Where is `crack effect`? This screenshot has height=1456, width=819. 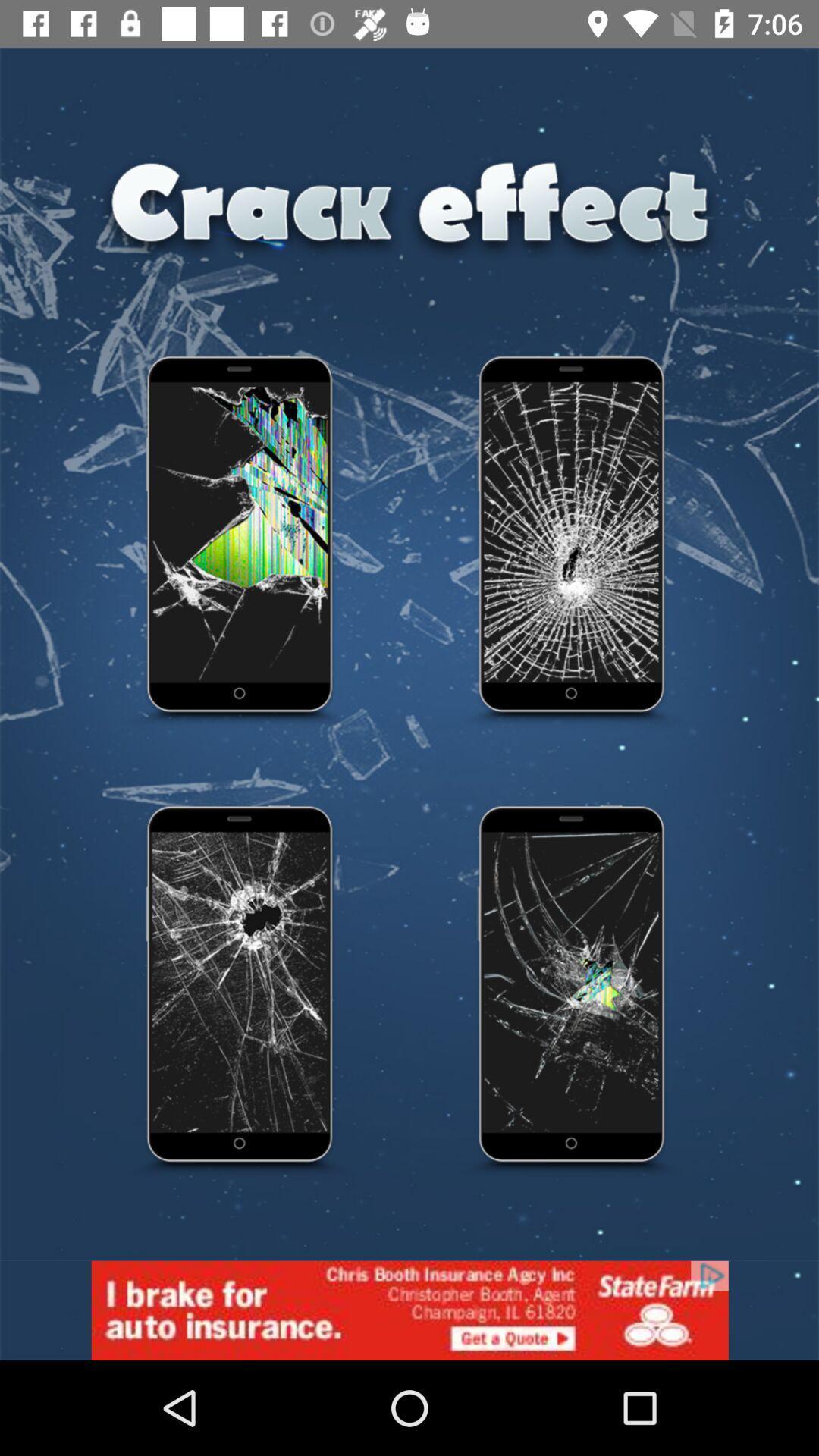
crack effect is located at coordinates (573, 542).